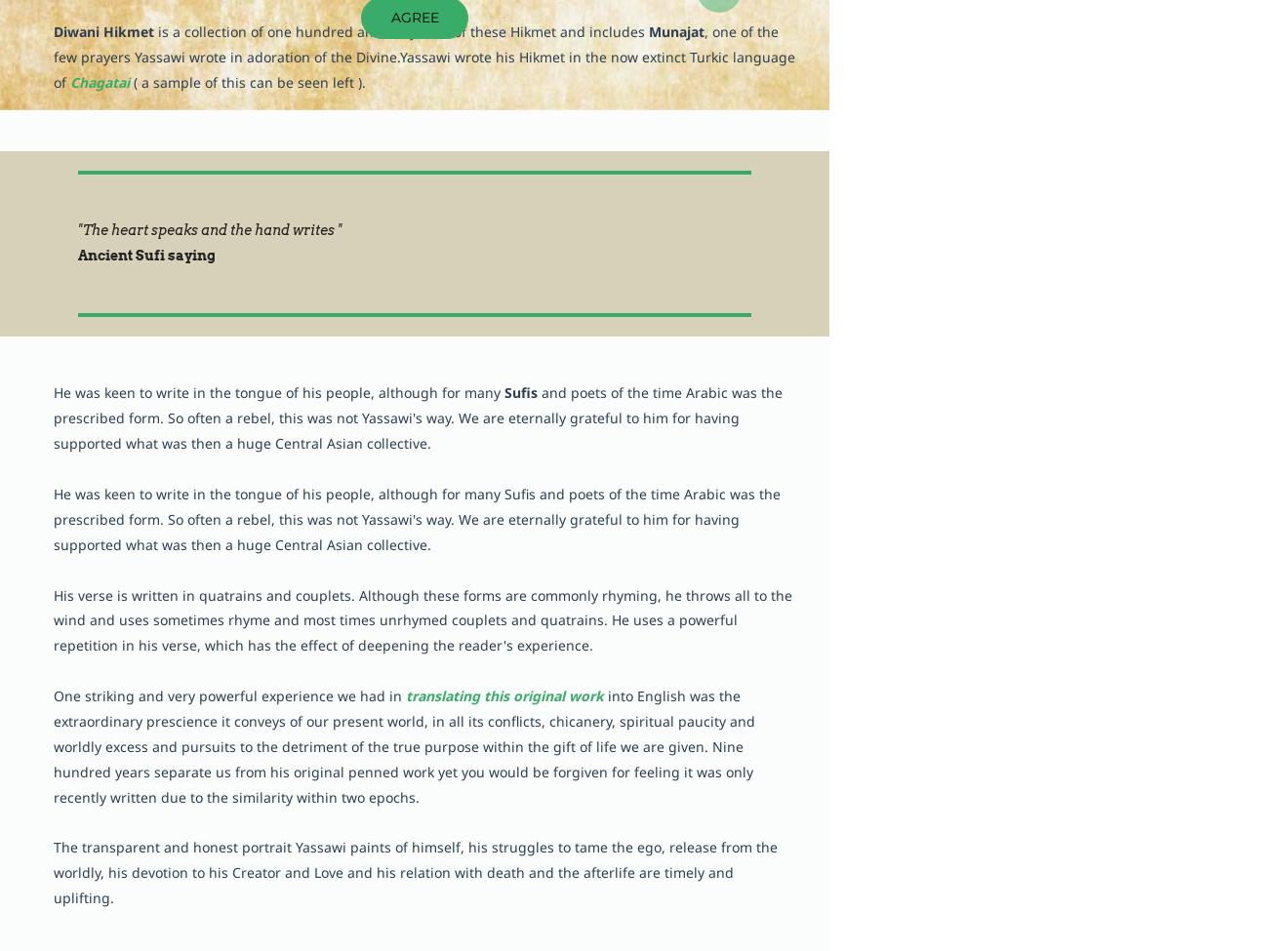  I want to click on 'He was keen to write in the tongue of his people, although for many Sufis and poets of the time Arabic was the prescribed form. So often a rebel, this was not Yassawi's way. We are eternally grateful to him for having supported what was then a huge Central Asian collective.', so click(416, 517).